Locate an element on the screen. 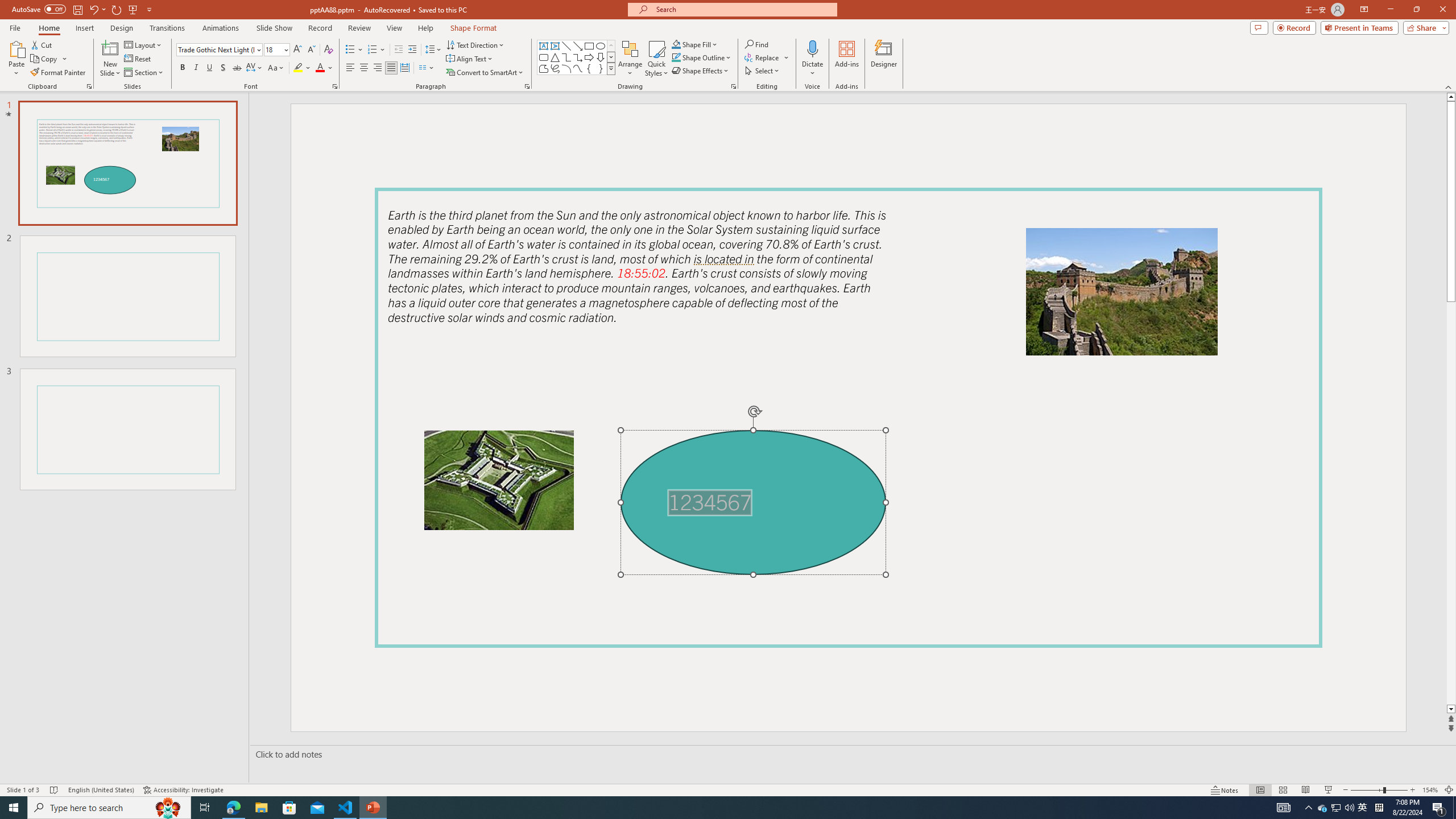 The height and width of the screenshot is (819, 1456). 'Zoom 154%' is located at coordinates (1430, 790).